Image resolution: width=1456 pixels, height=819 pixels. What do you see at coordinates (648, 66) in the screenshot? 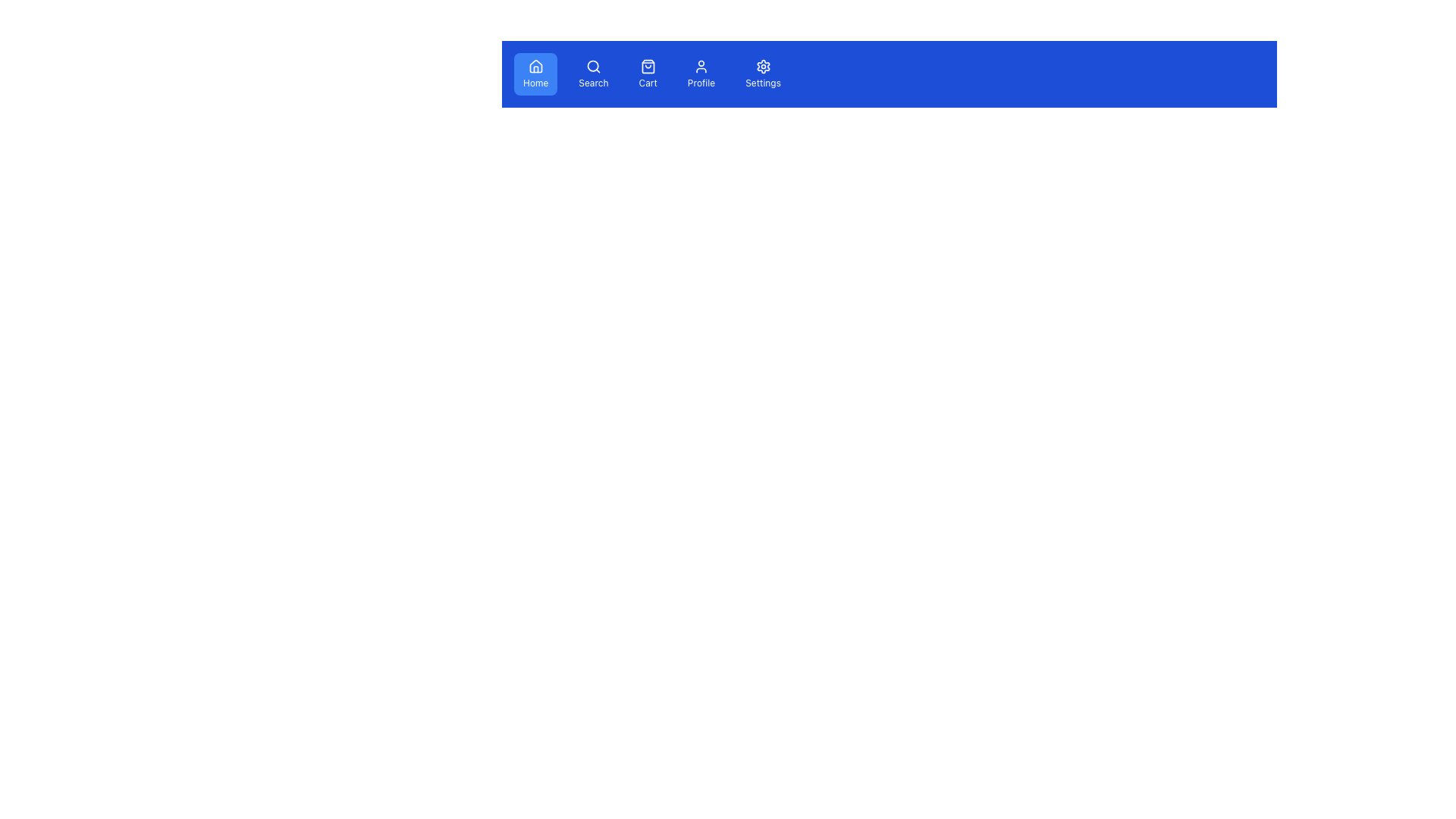
I see `the shopping cart icon located in the top navigation bar, between the 'Search' and 'Profile' components` at bounding box center [648, 66].